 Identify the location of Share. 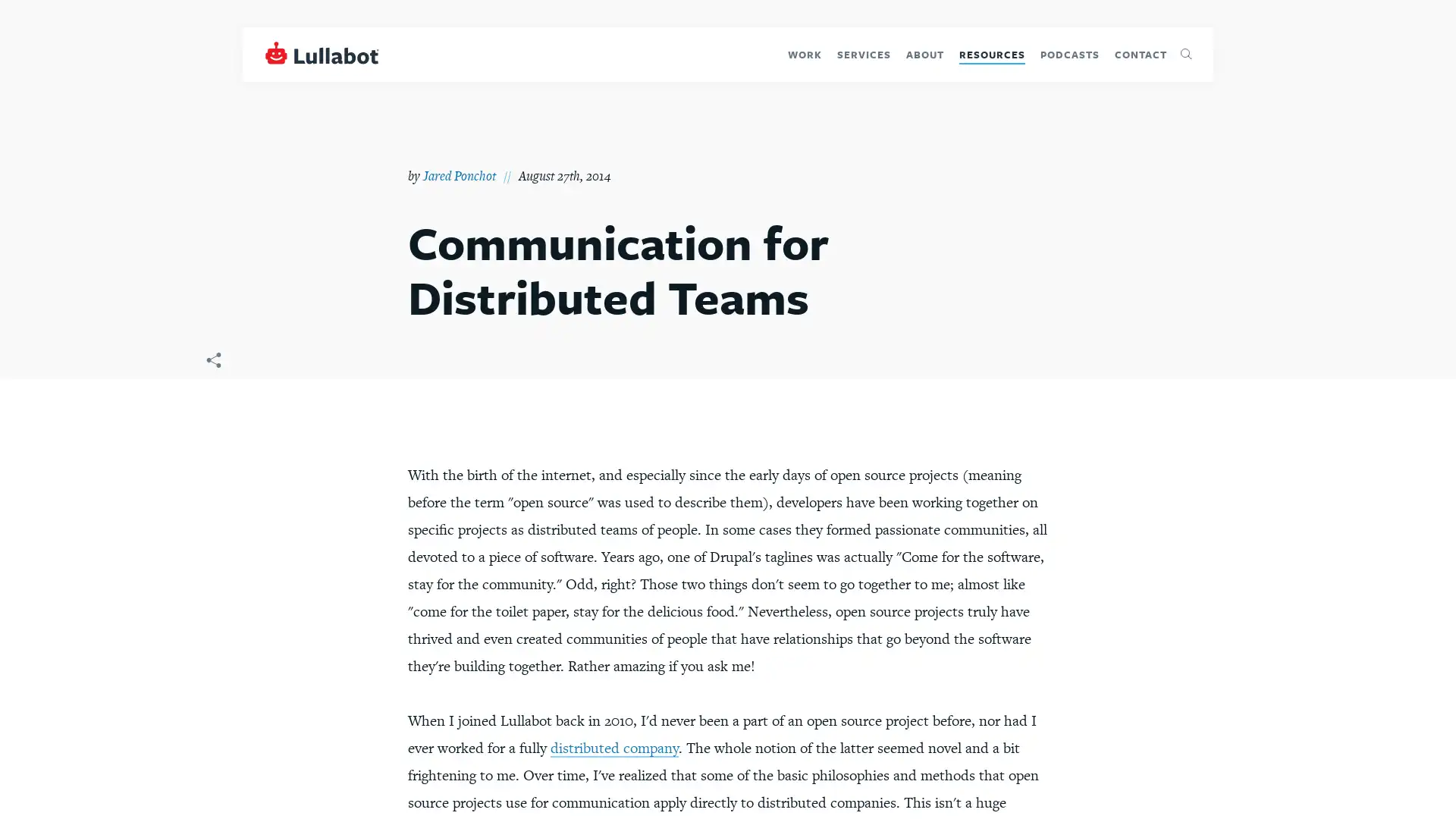
(212, 366).